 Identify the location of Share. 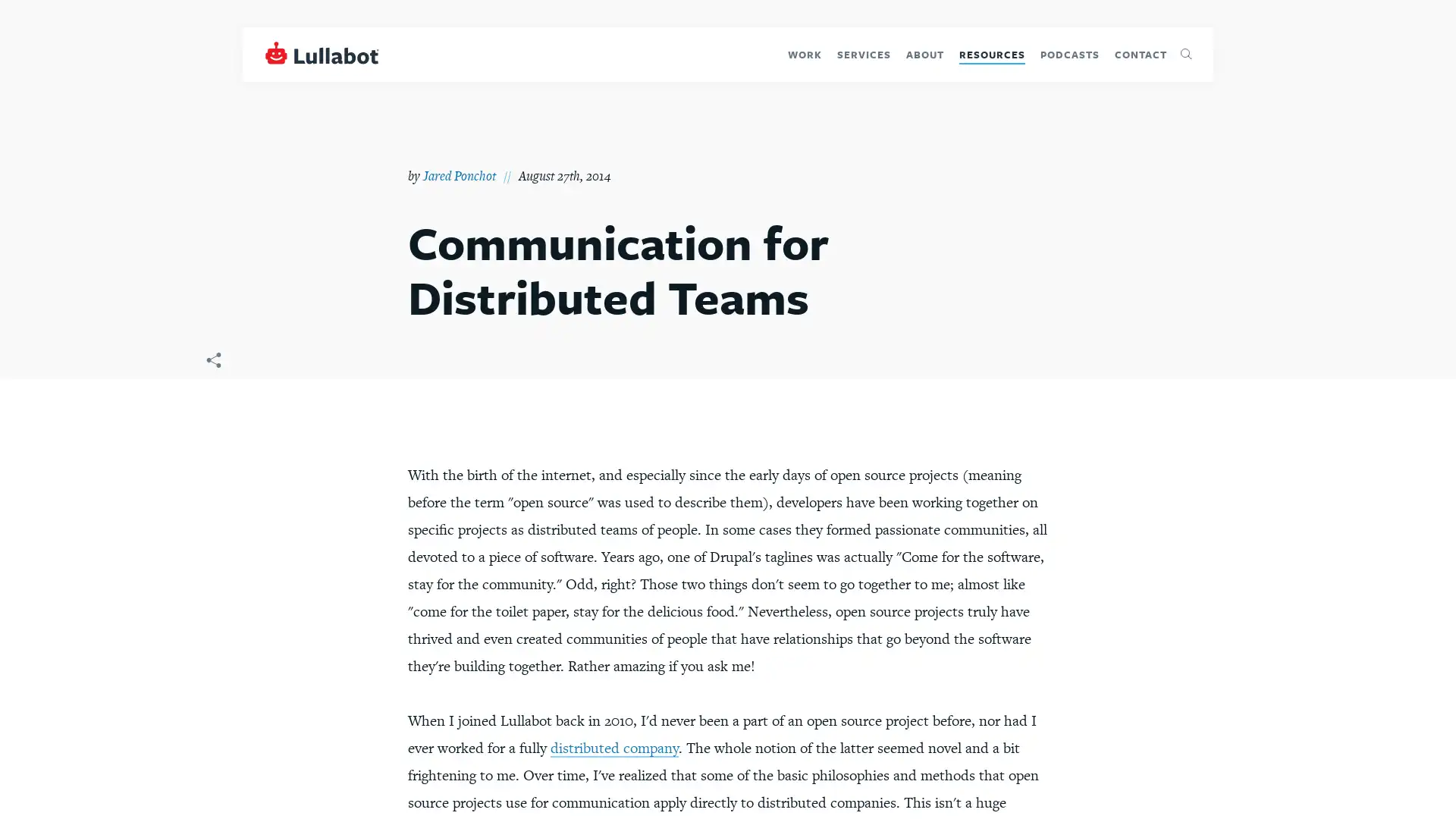
(212, 366).